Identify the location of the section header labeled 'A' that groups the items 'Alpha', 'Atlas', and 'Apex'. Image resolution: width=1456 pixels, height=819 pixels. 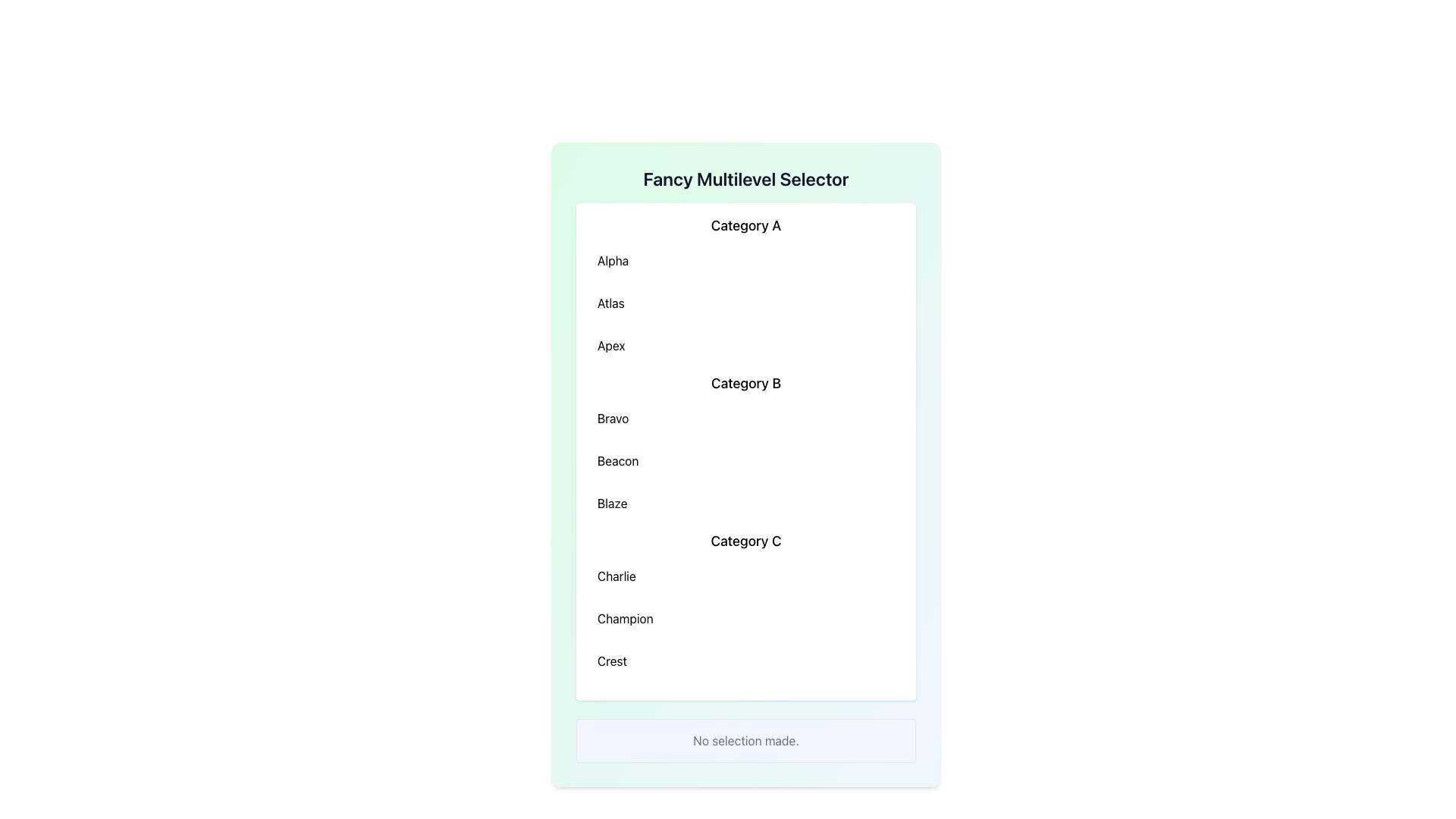
(745, 225).